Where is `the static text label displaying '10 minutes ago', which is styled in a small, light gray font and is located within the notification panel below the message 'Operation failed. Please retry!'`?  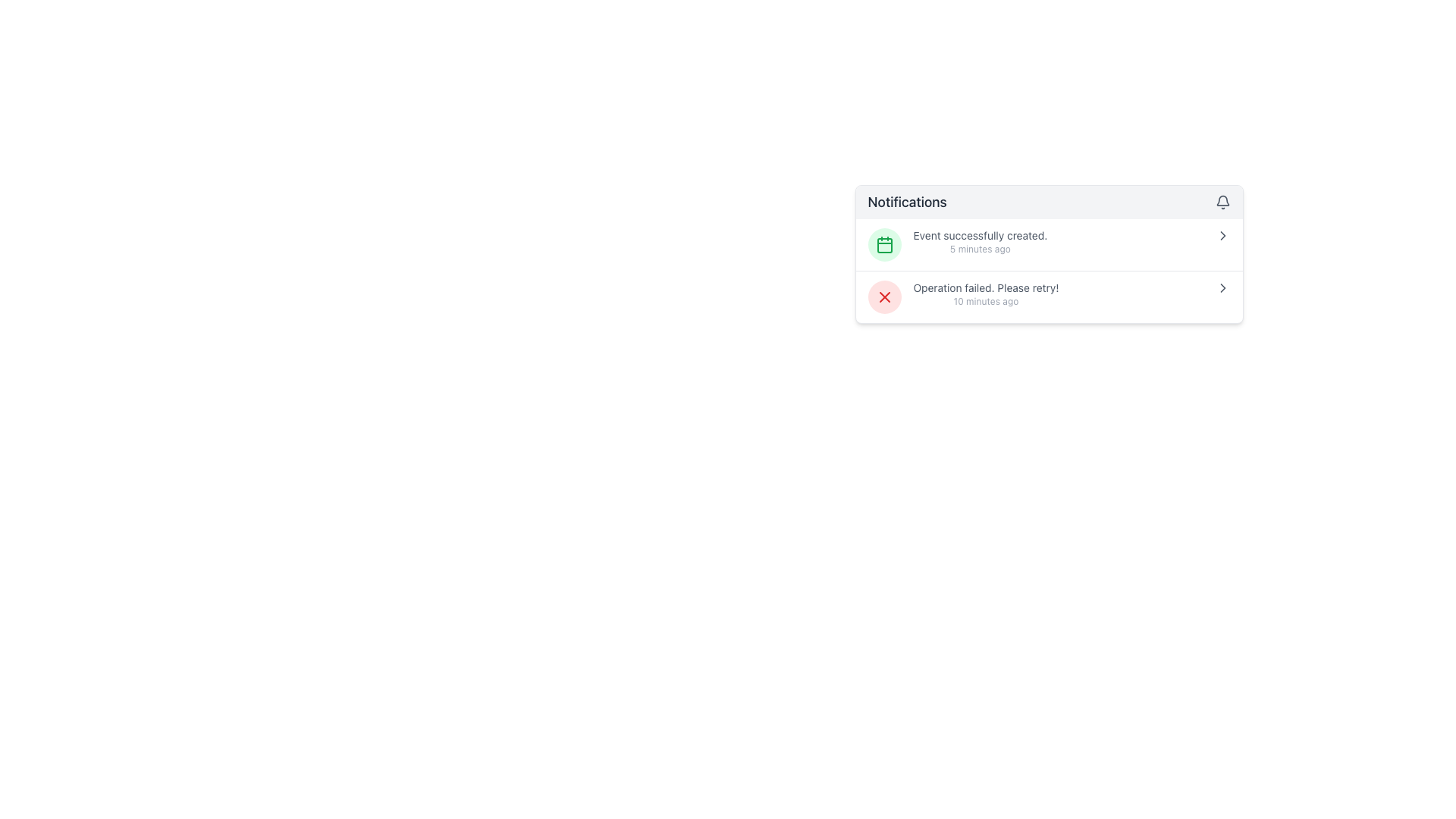 the static text label displaying '10 minutes ago', which is styled in a small, light gray font and is located within the notification panel below the message 'Operation failed. Please retry!' is located at coordinates (986, 301).